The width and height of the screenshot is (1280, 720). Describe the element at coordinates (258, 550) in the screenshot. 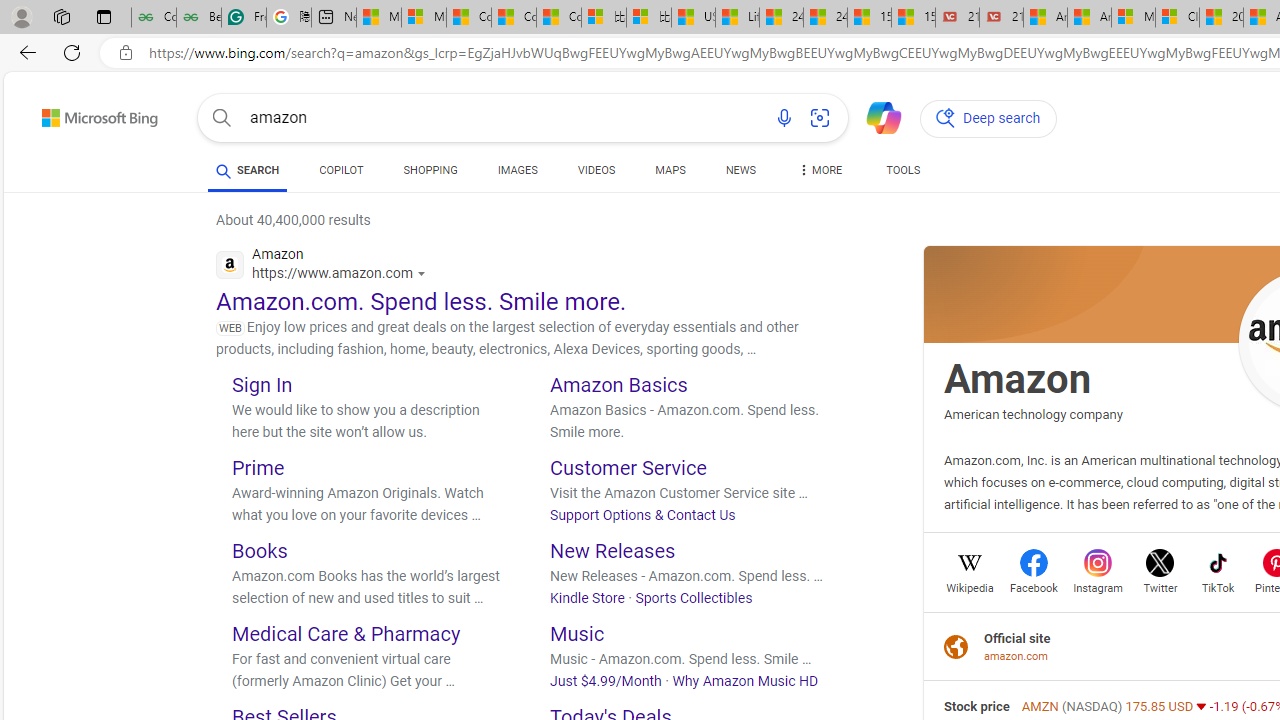

I see `'Books'` at that location.